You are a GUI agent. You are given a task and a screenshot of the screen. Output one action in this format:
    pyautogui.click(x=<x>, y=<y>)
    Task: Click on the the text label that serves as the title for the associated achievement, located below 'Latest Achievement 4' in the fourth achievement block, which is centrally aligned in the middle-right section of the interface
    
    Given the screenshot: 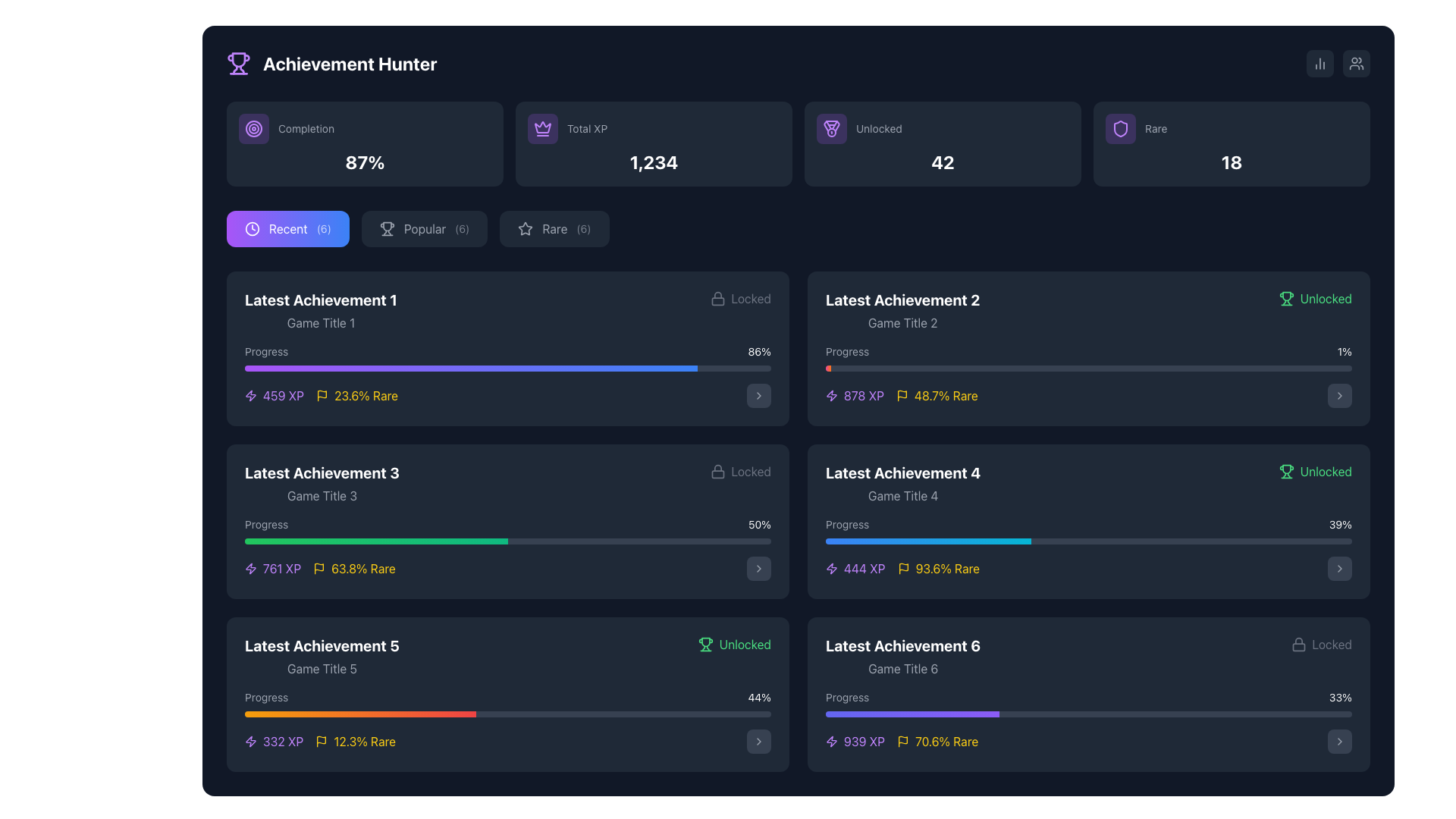 What is the action you would take?
    pyautogui.click(x=903, y=496)
    